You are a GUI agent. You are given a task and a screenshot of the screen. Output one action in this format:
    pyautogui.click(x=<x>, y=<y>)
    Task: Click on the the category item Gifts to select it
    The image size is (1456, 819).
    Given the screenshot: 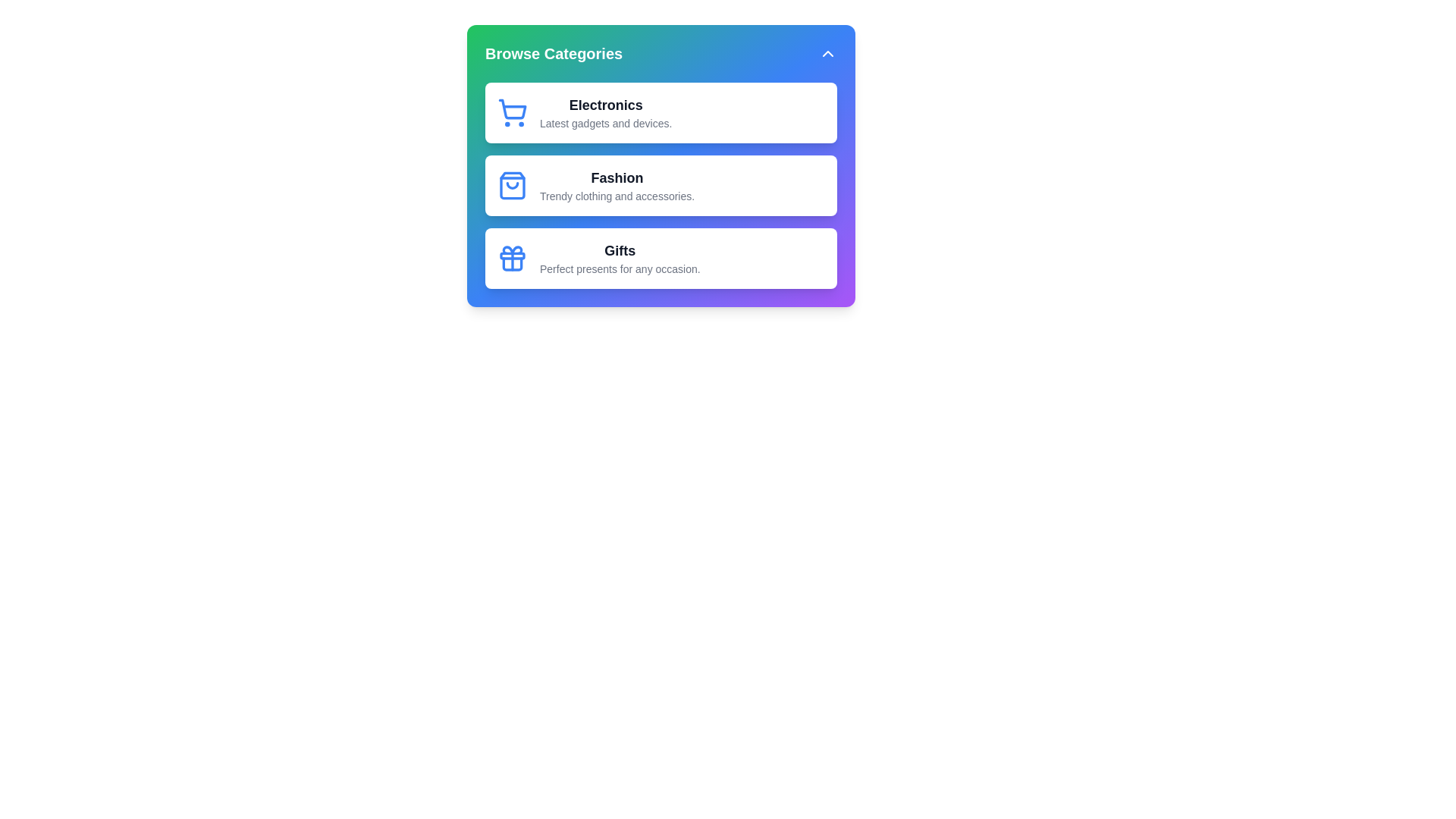 What is the action you would take?
    pyautogui.click(x=661, y=257)
    